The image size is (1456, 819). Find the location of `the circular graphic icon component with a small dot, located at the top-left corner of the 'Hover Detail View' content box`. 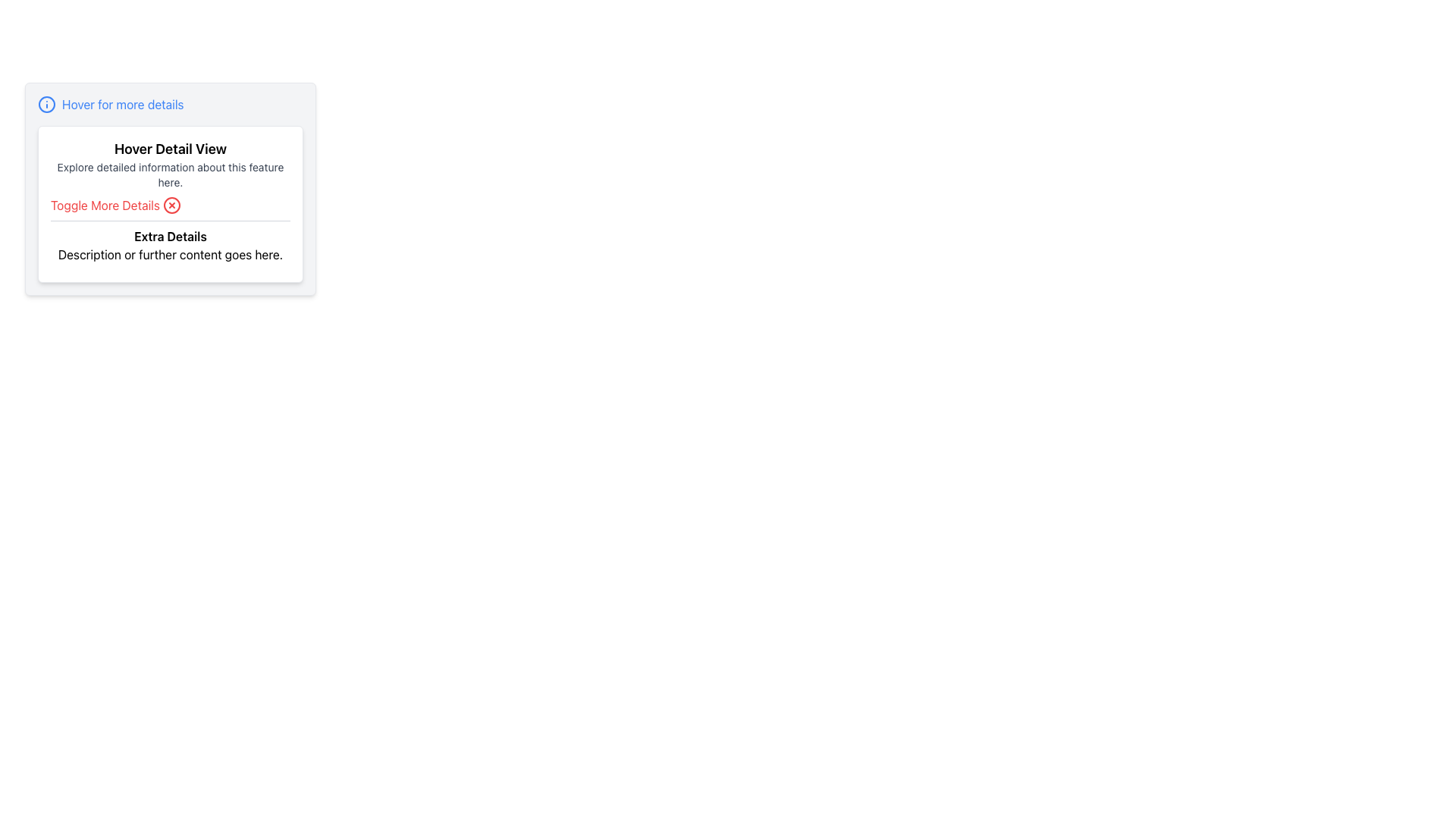

the circular graphic icon component with a small dot, located at the top-left corner of the 'Hover Detail View' content box is located at coordinates (47, 104).